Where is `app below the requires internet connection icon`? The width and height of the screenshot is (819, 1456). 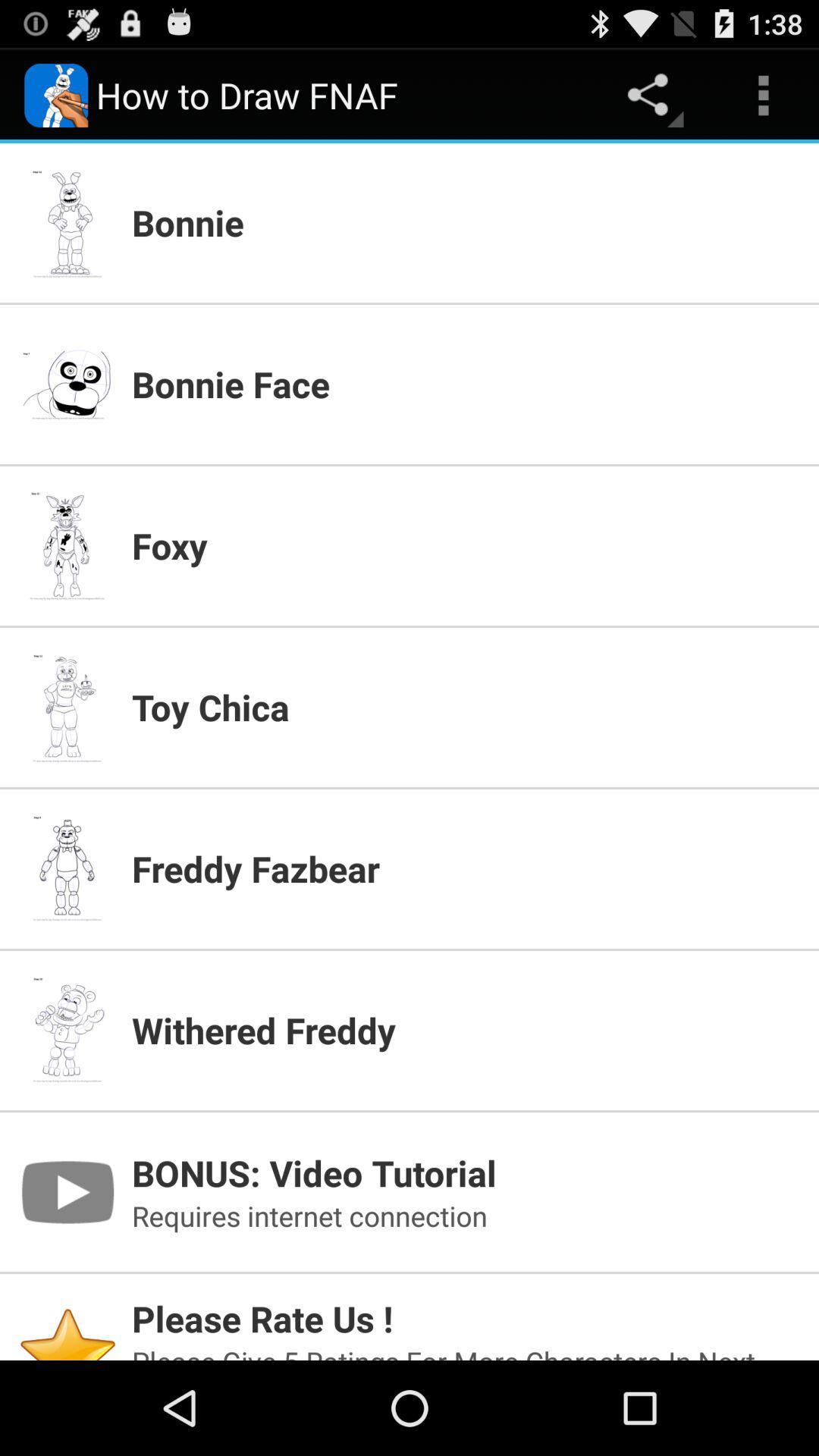
app below the requires internet connection icon is located at coordinates (465, 1317).